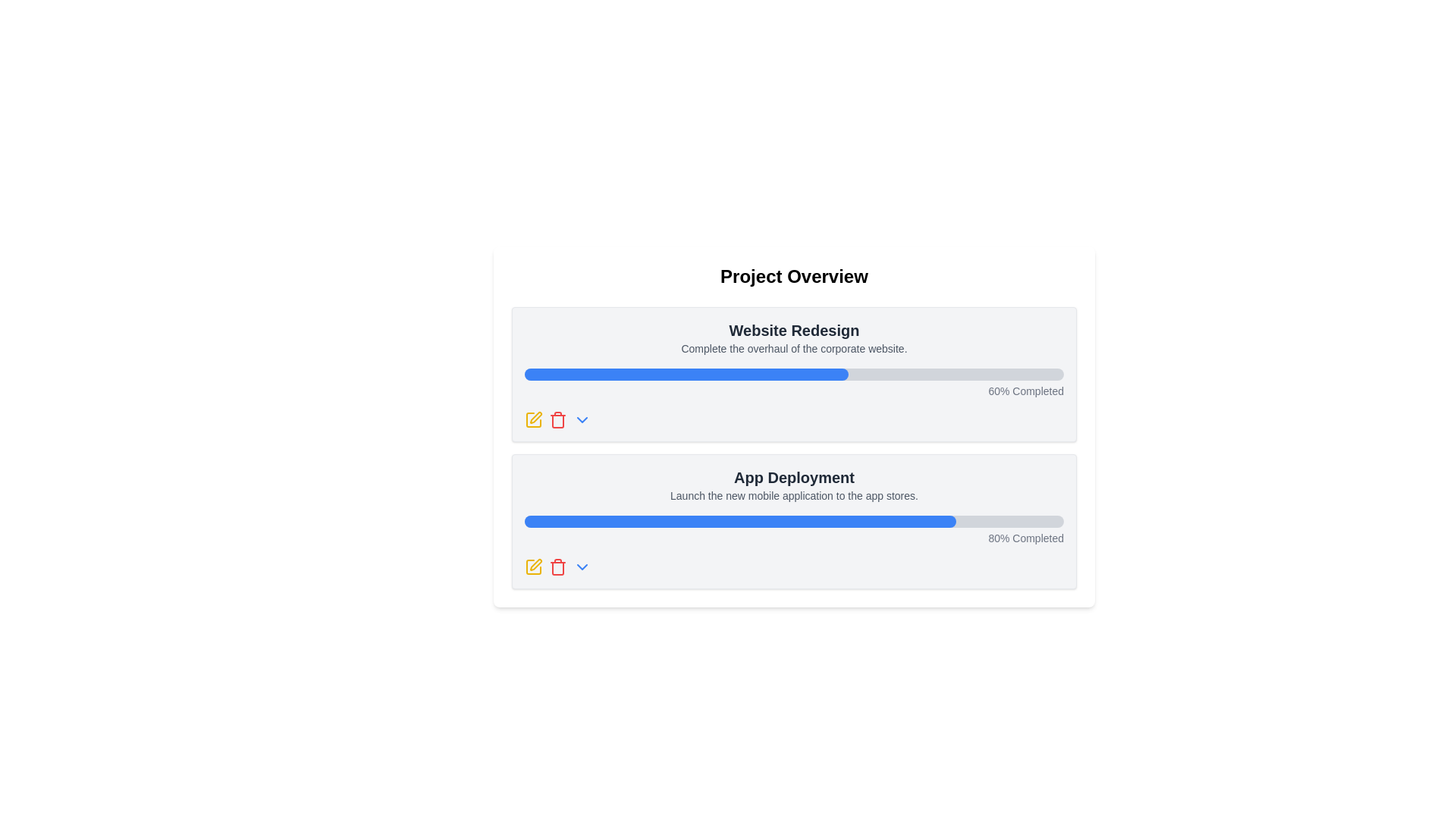 The height and width of the screenshot is (819, 1456). Describe the element at coordinates (686, 374) in the screenshot. I see `the progress indicator (progress bar fill) in the 'Website Redesign' card section to visually inspect the completion progress of the task` at that location.